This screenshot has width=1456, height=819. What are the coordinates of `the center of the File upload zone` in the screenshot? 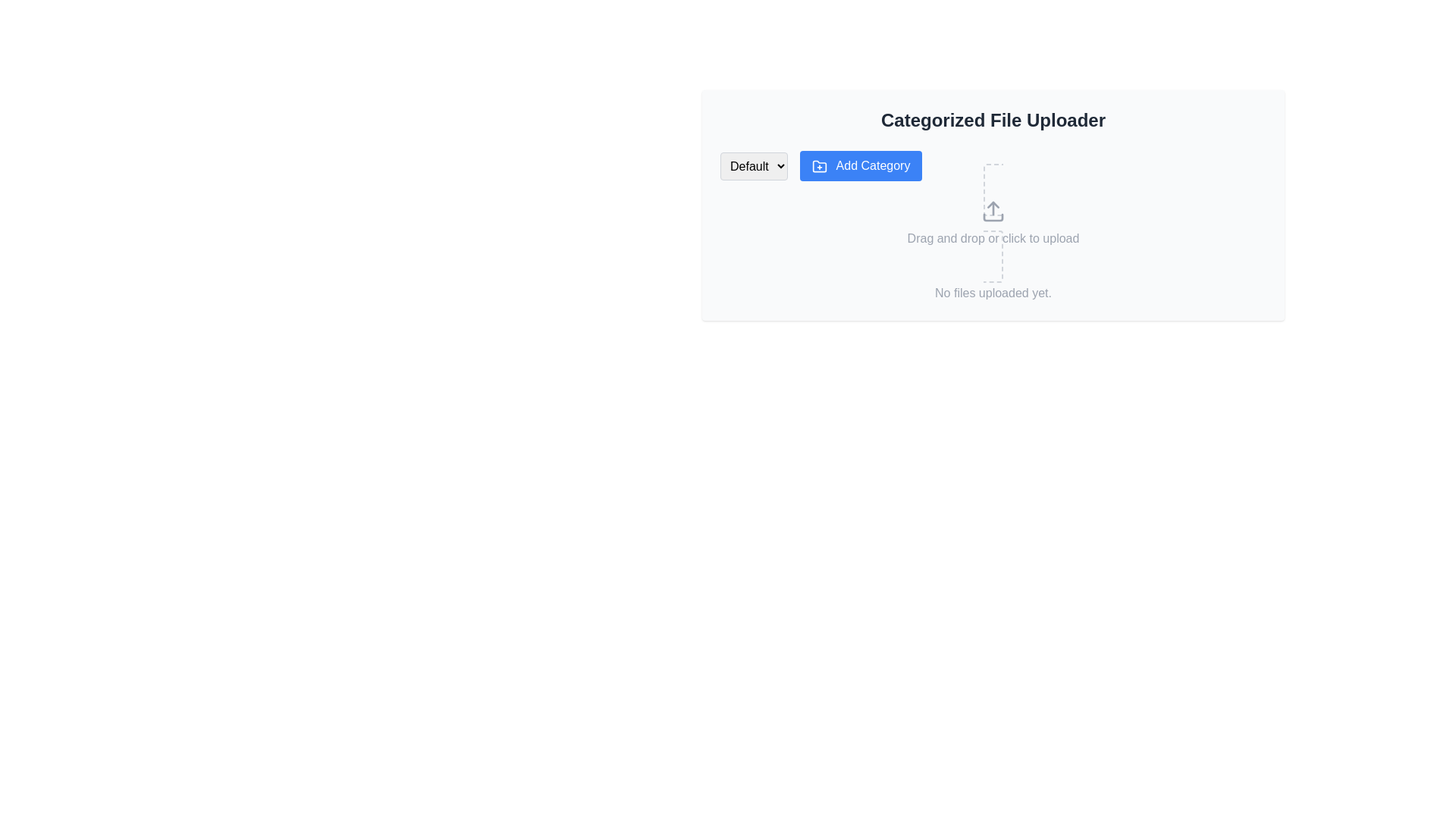 It's located at (993, 222).